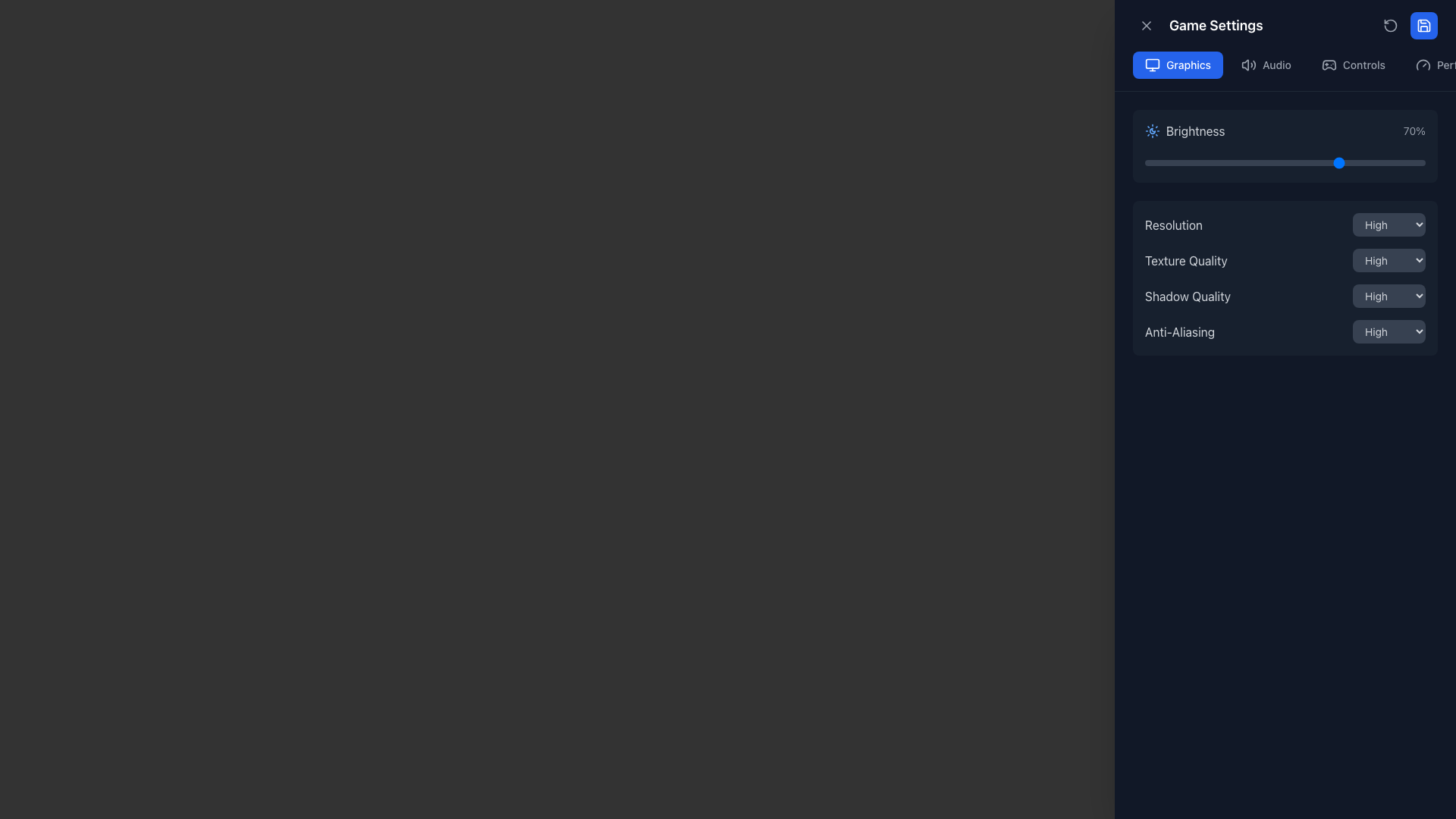  What do you see at coordinates (1328, 64) in the screenshot?
I see `the Controls icon (SVG) located in the navigation menu` at bounding box center [1328, 64].